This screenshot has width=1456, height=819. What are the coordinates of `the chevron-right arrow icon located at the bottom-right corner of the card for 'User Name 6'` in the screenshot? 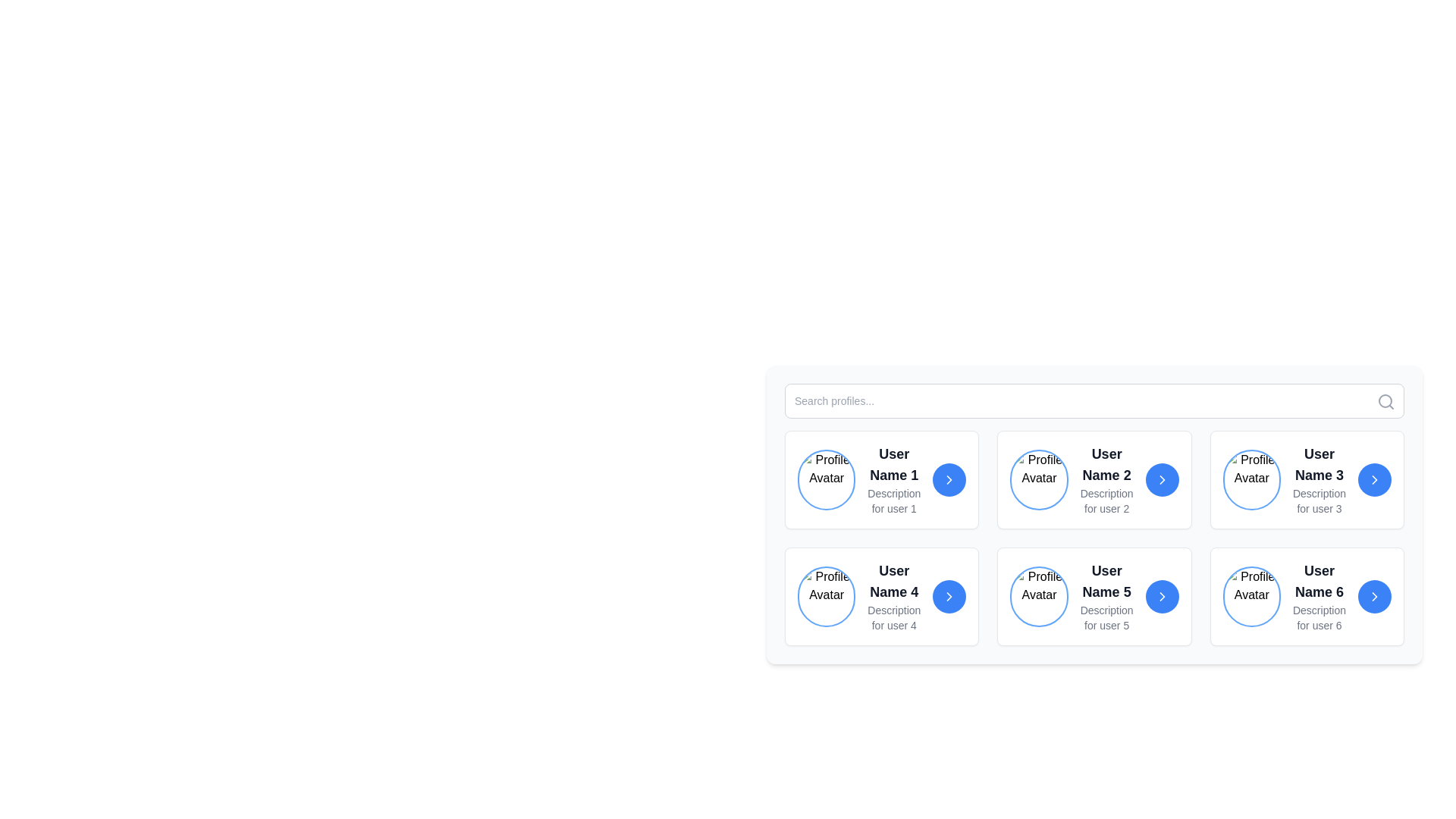 It's located at (1375, 595).